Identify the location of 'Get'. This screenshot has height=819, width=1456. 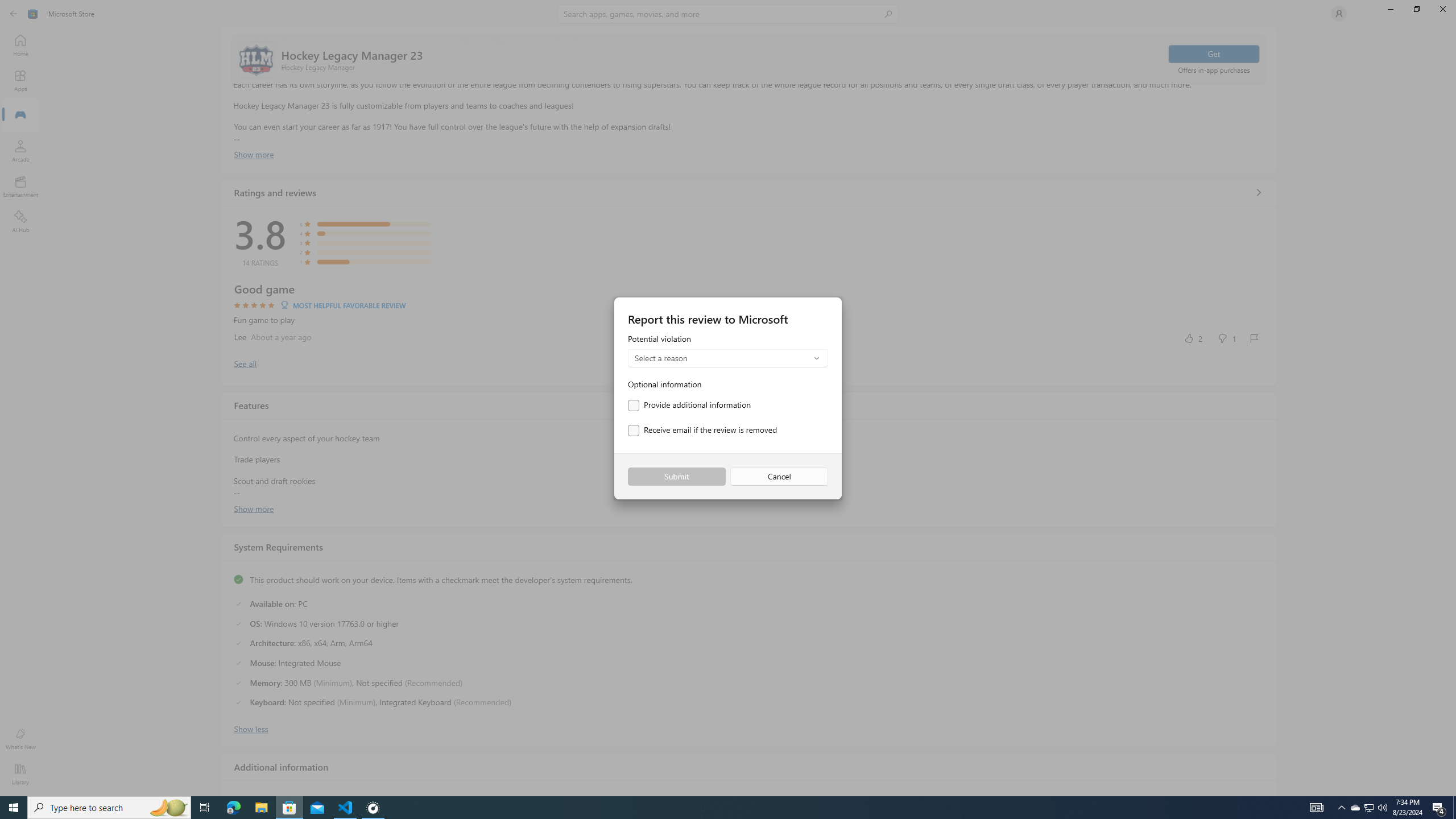
(1213, 53).